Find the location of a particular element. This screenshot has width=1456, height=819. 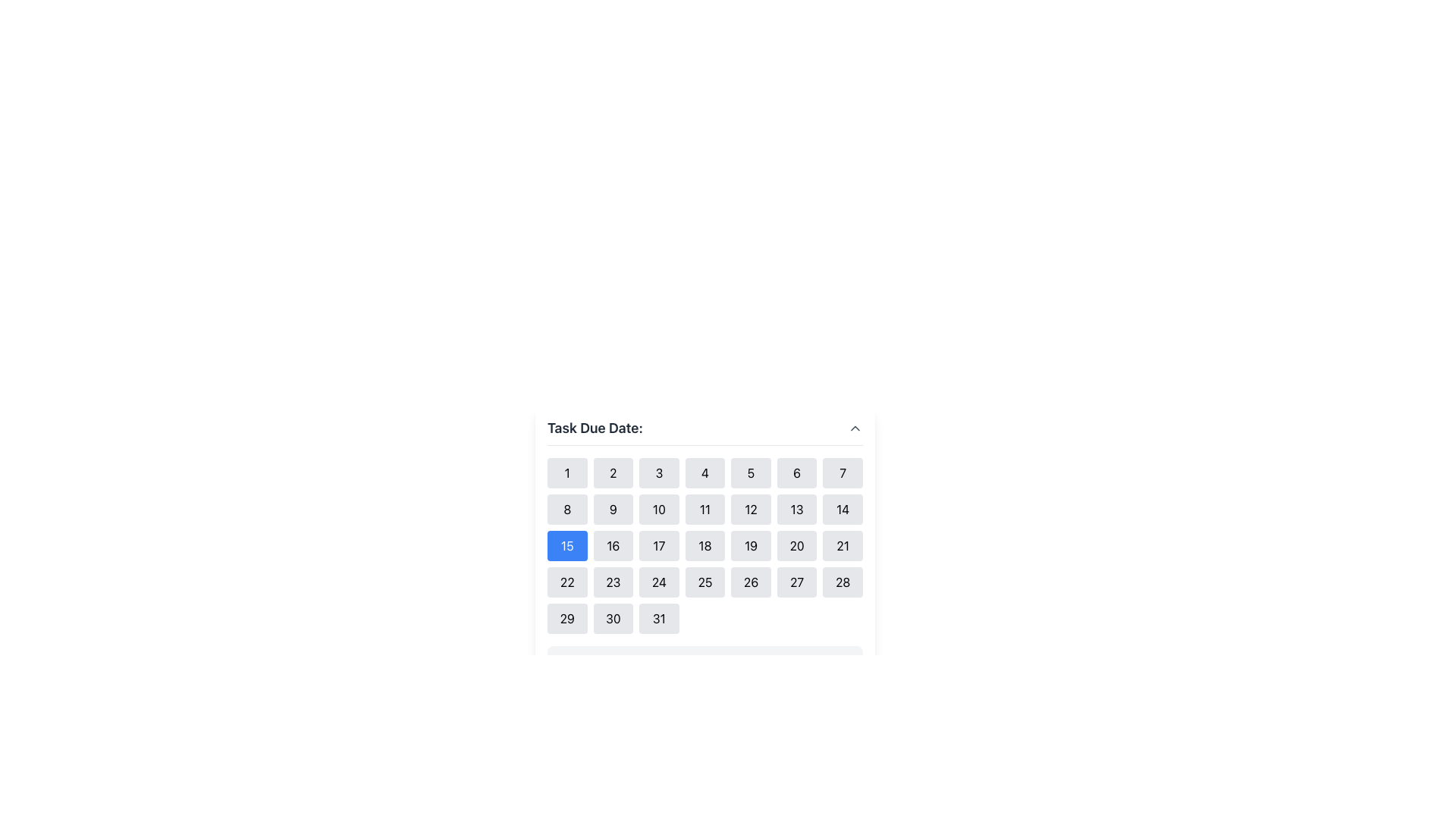

interaction on the Calendar component to highlight the current date selection is located at coordinates (830, 520).